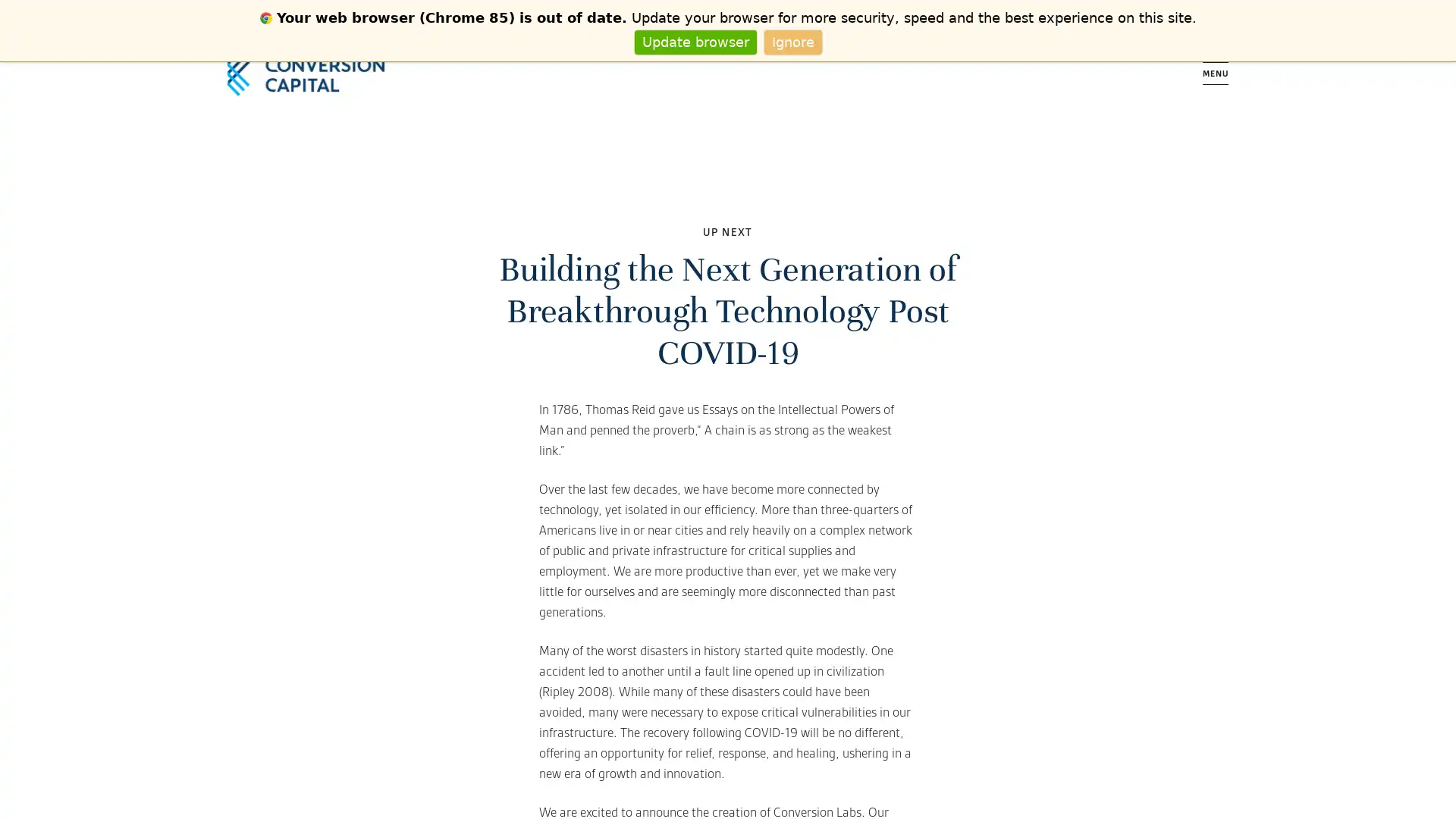 The height and width of the screenshot is (819, 1456). Describe the element at coordinates (792, 41) in the screenshot. I see `Ignore` at that location.